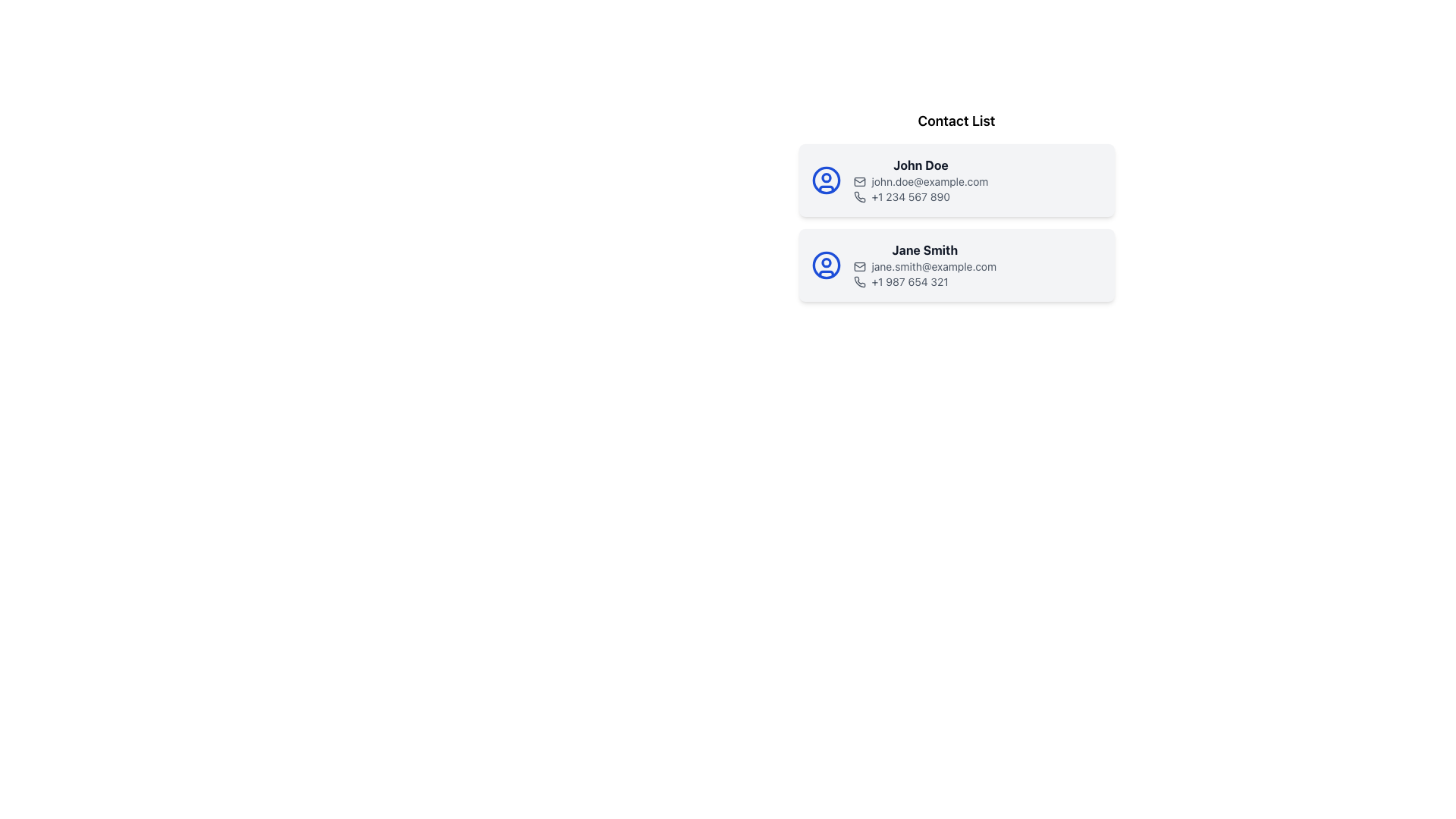  What do you see at coordinates (924, 249) in the screenshot?
I see `text displayed in the first line of the second contact card within the contact list, which serves as the display name for the contact` at bounding box center [924, 249].